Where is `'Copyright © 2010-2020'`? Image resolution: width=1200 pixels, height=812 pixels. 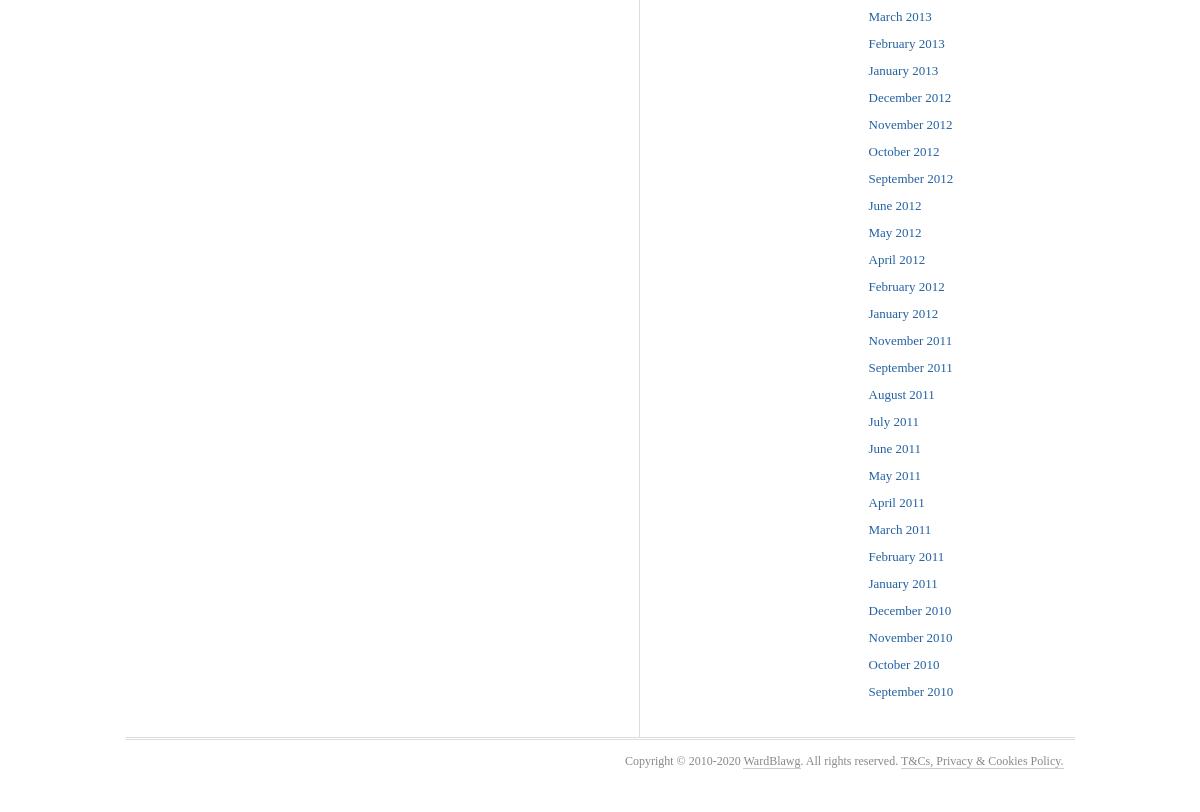
'Copyright © 2010-2020' is located at coordinates (683, 760).